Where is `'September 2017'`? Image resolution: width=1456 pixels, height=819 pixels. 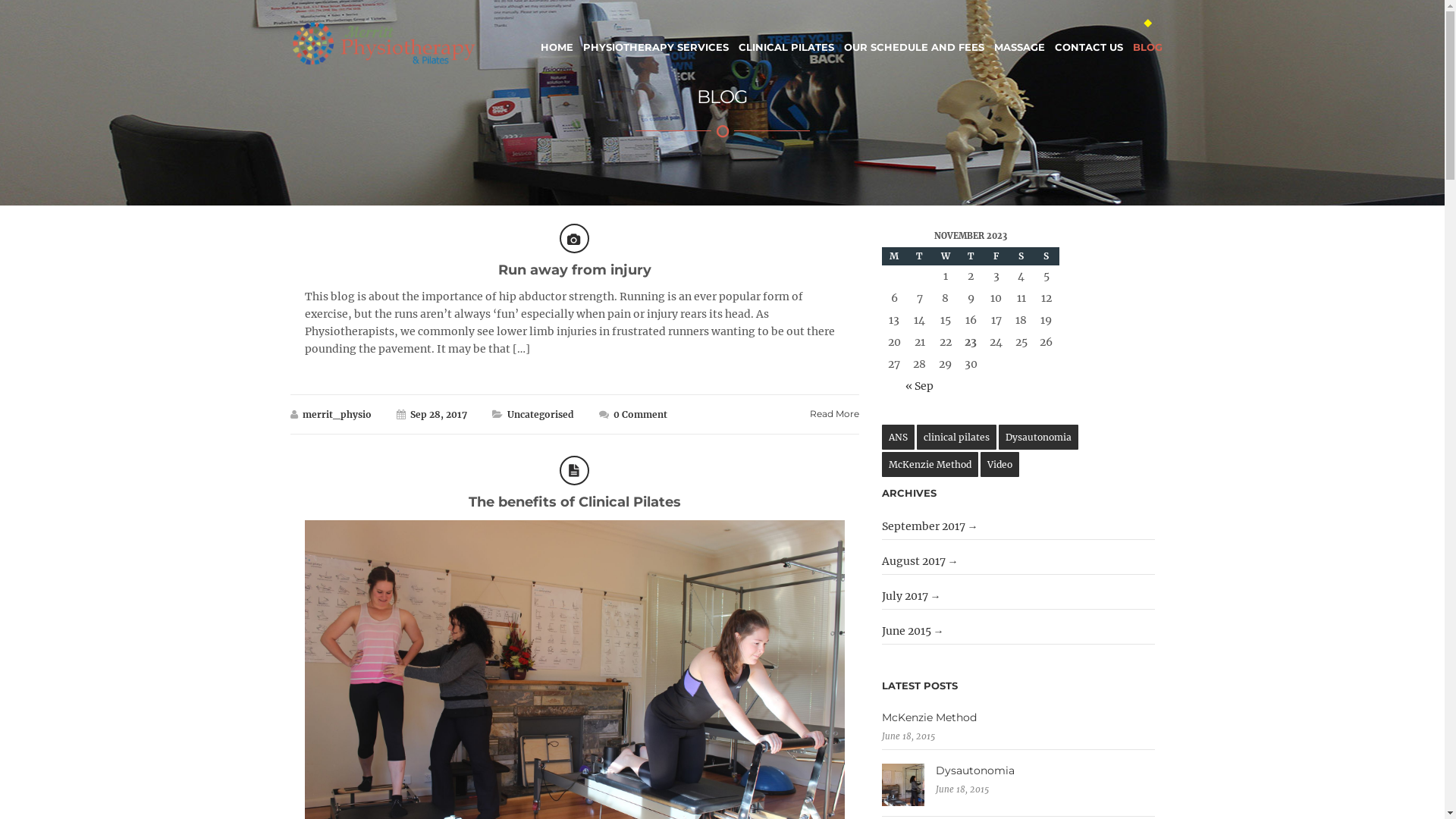 'September 2017' is located at coordinates (929, 526).